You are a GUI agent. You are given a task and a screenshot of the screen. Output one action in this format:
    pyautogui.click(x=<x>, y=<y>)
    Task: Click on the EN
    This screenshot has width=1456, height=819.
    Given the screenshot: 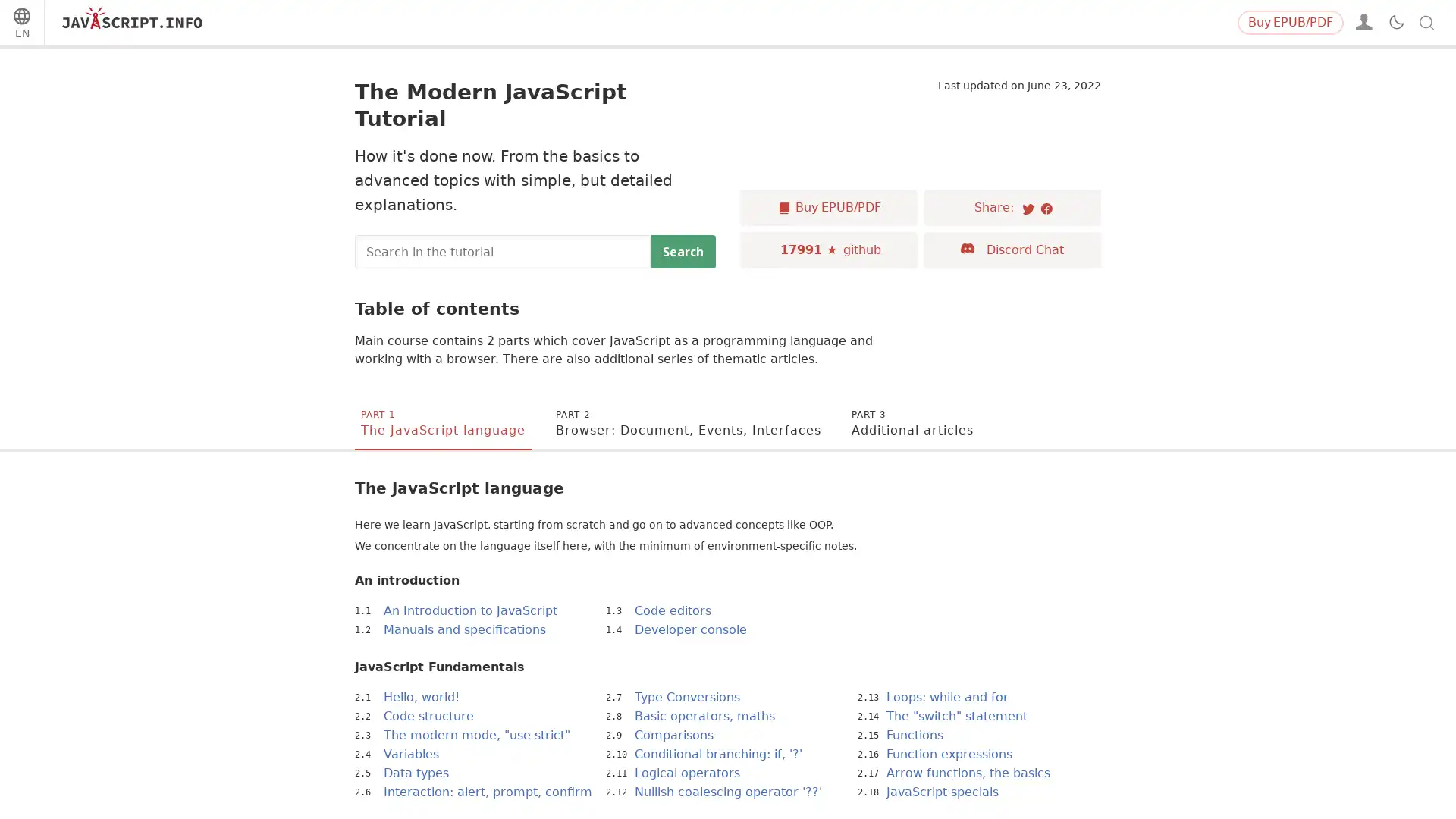 What is the action you would take?
    pyautogui.click(x=21, y=25)
    